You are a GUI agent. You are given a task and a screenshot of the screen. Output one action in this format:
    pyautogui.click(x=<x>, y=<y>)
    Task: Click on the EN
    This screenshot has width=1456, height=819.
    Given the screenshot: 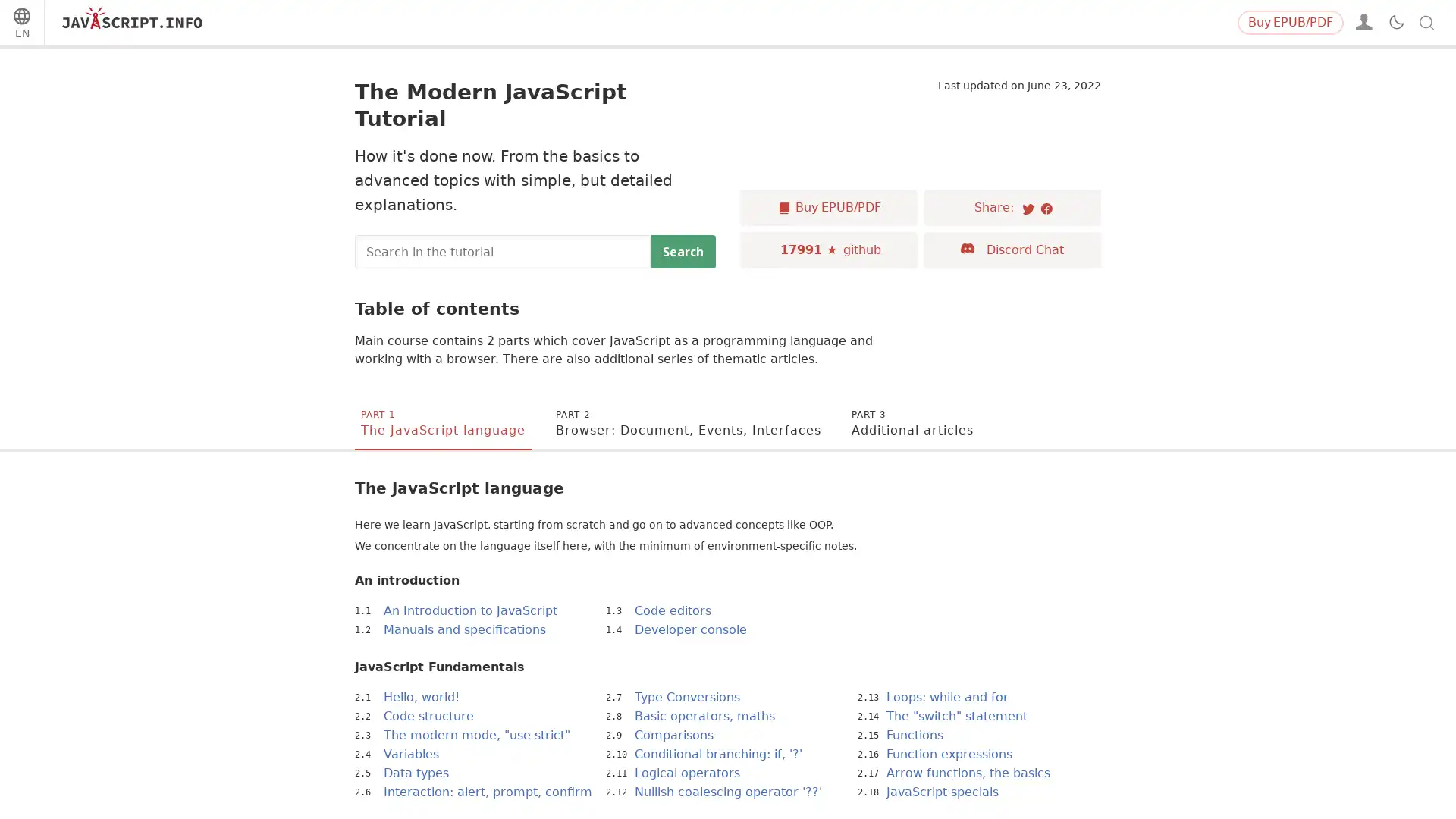 What is the action you would take?
    pyautogui.click(x=21, y=25)
    